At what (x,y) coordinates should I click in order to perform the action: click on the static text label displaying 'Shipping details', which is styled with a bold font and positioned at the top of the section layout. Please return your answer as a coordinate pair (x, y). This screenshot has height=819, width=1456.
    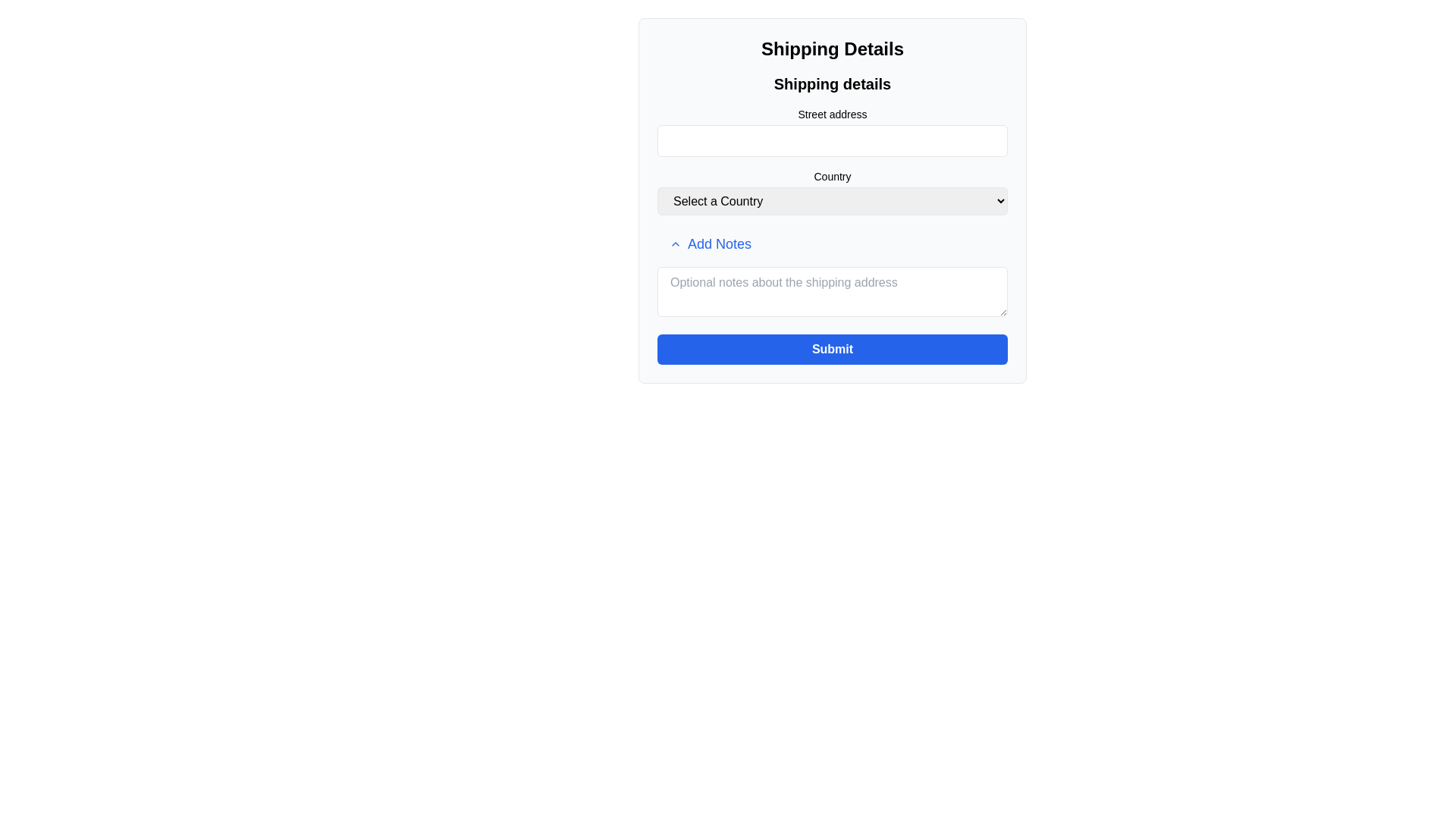
    Looking at the image, I should click on (832, 84).